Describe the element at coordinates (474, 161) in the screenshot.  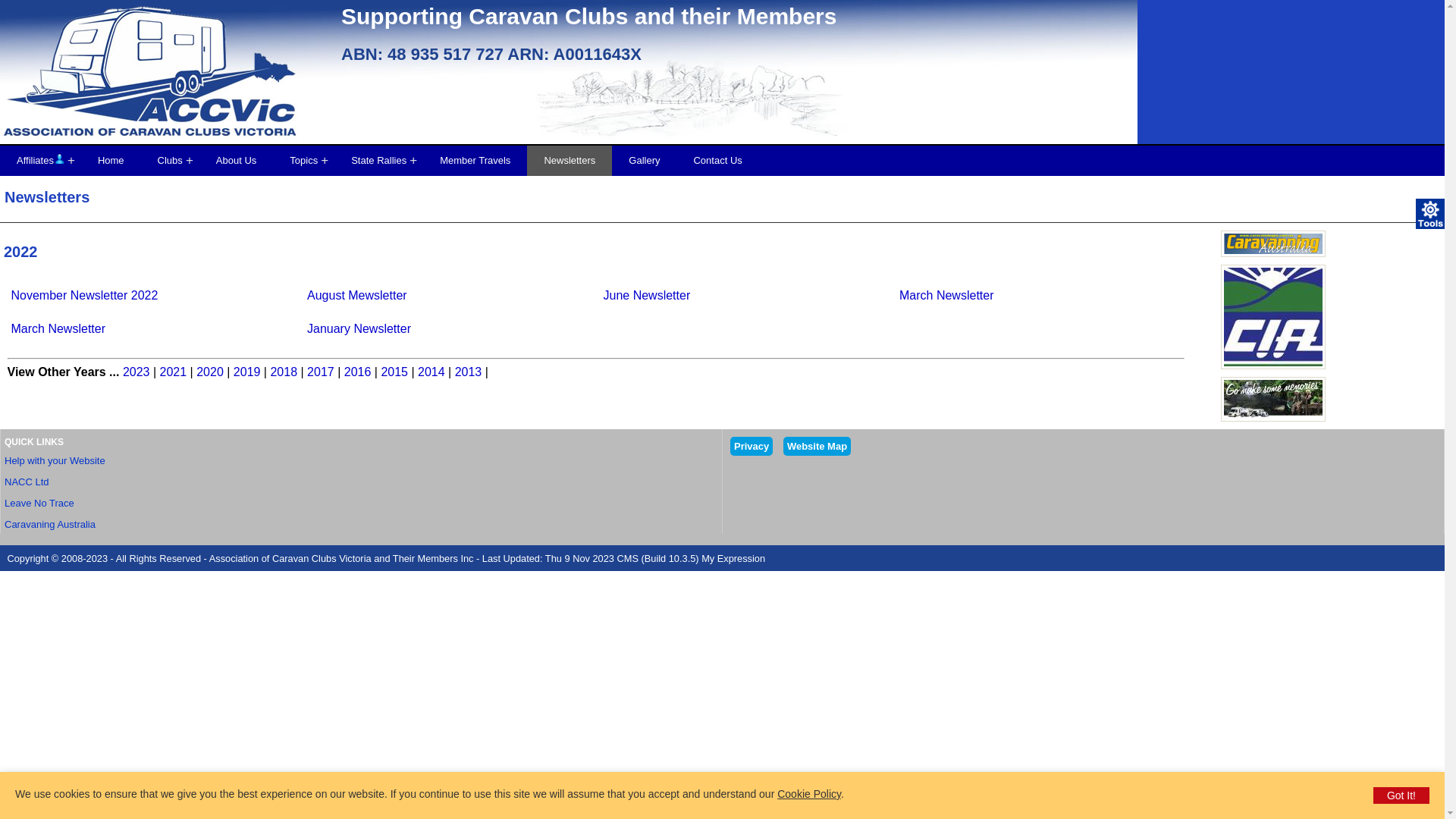
I see `'Member Travels'` at that location.